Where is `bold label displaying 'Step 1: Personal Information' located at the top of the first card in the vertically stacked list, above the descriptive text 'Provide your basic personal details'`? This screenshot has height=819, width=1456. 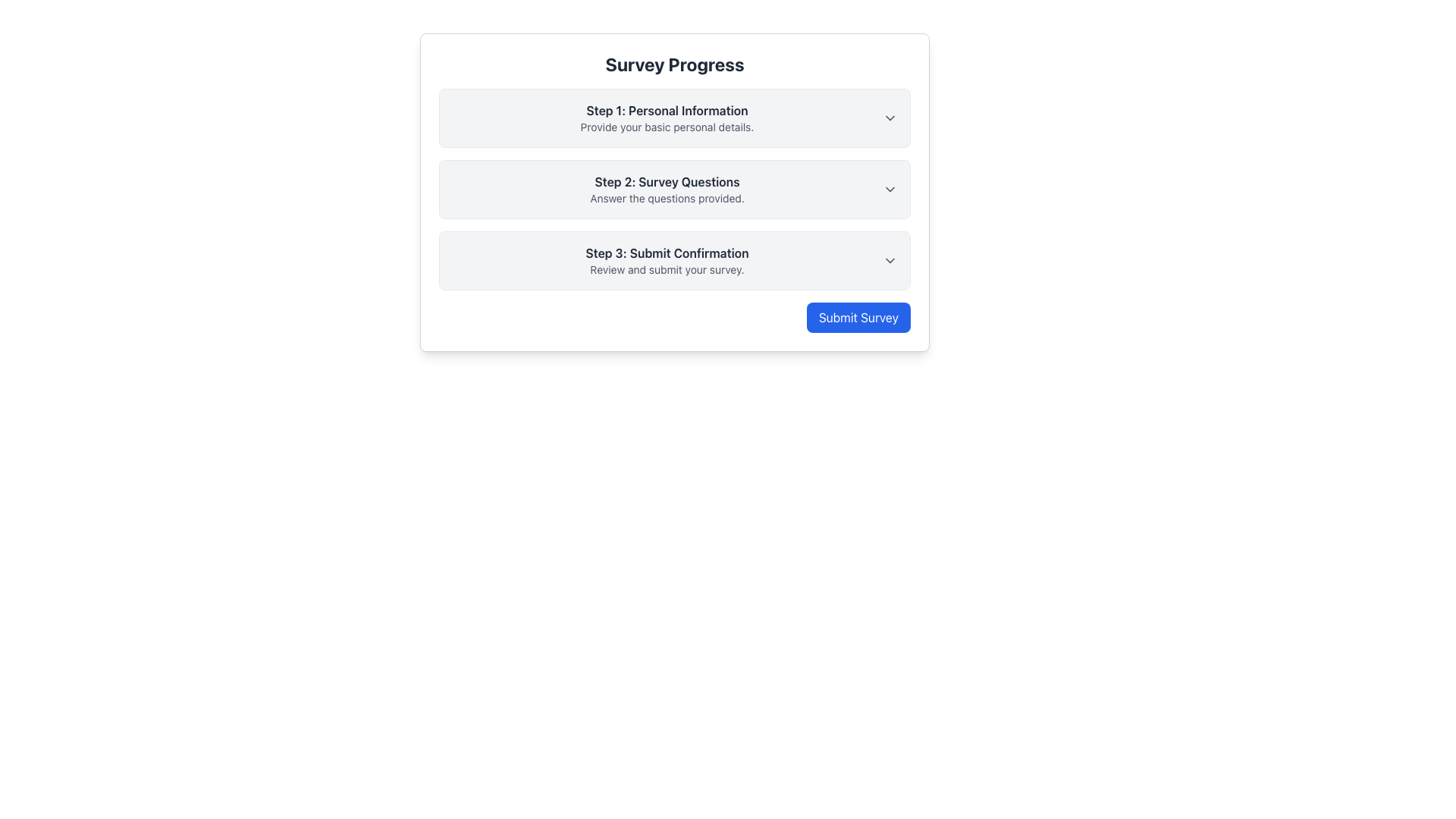
bold label displaying 'Step 1: Personal Information' located at the top of the first card in the vertically stacked list, above the descriptive text 'Provide your basic personal details' is located at coordinates (667, 110).